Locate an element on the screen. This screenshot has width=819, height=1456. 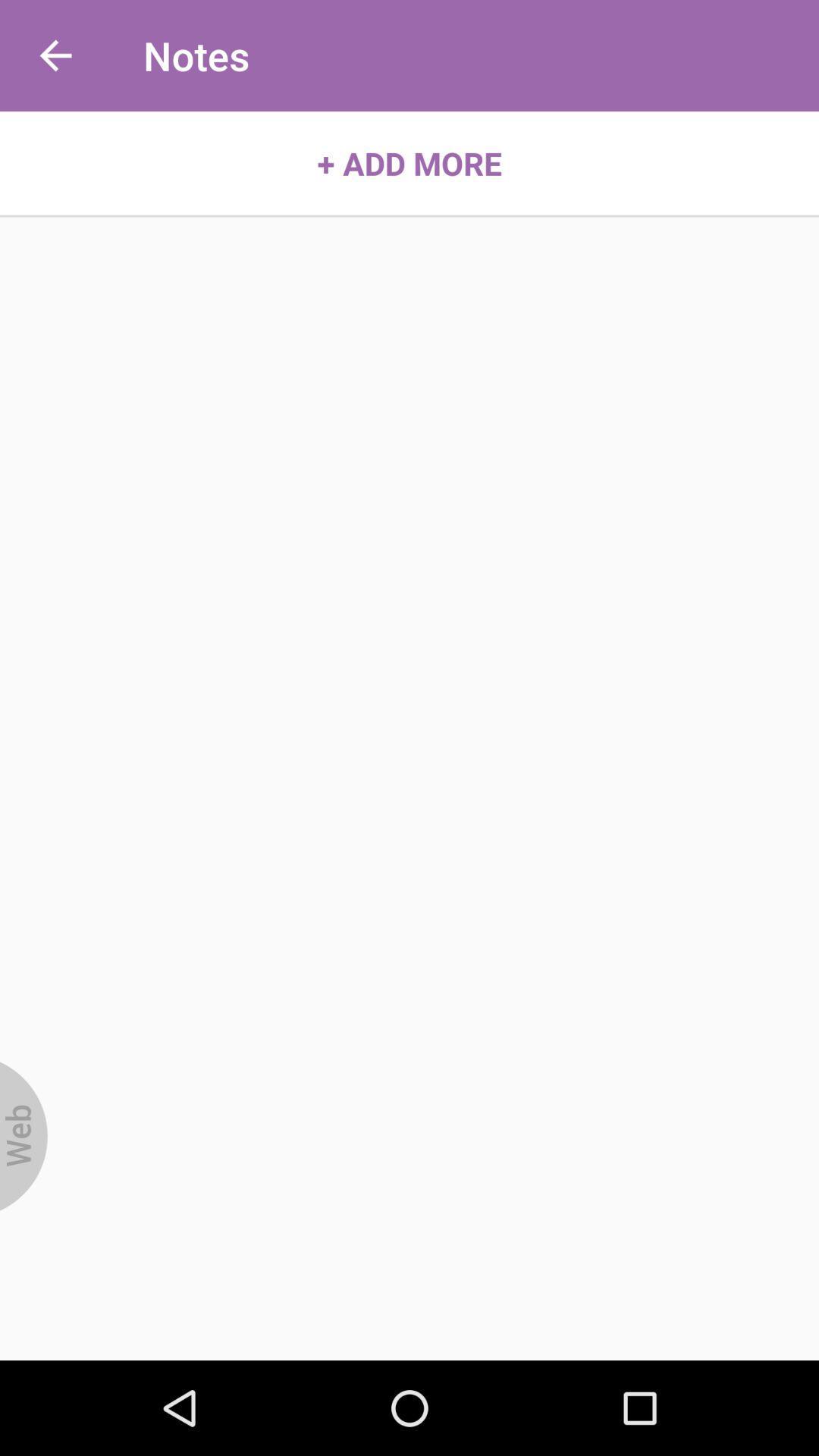
item at the bottom left corner is located at coordinates (24, 1136).